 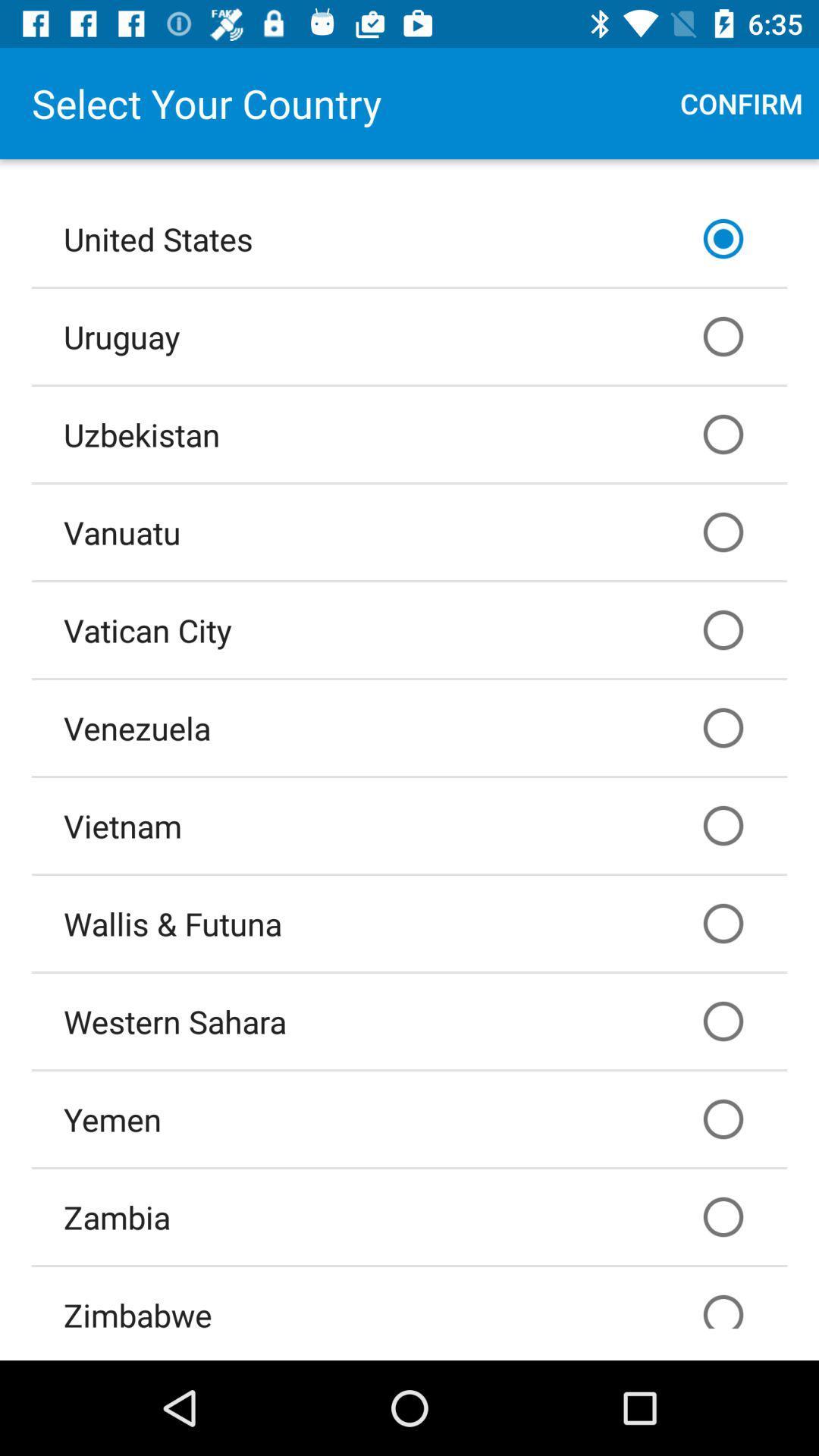 What do you see at coordinates (409, 1021) in the screenshot?
I see `the western sahara icon` at bounding box center [409, 1021].